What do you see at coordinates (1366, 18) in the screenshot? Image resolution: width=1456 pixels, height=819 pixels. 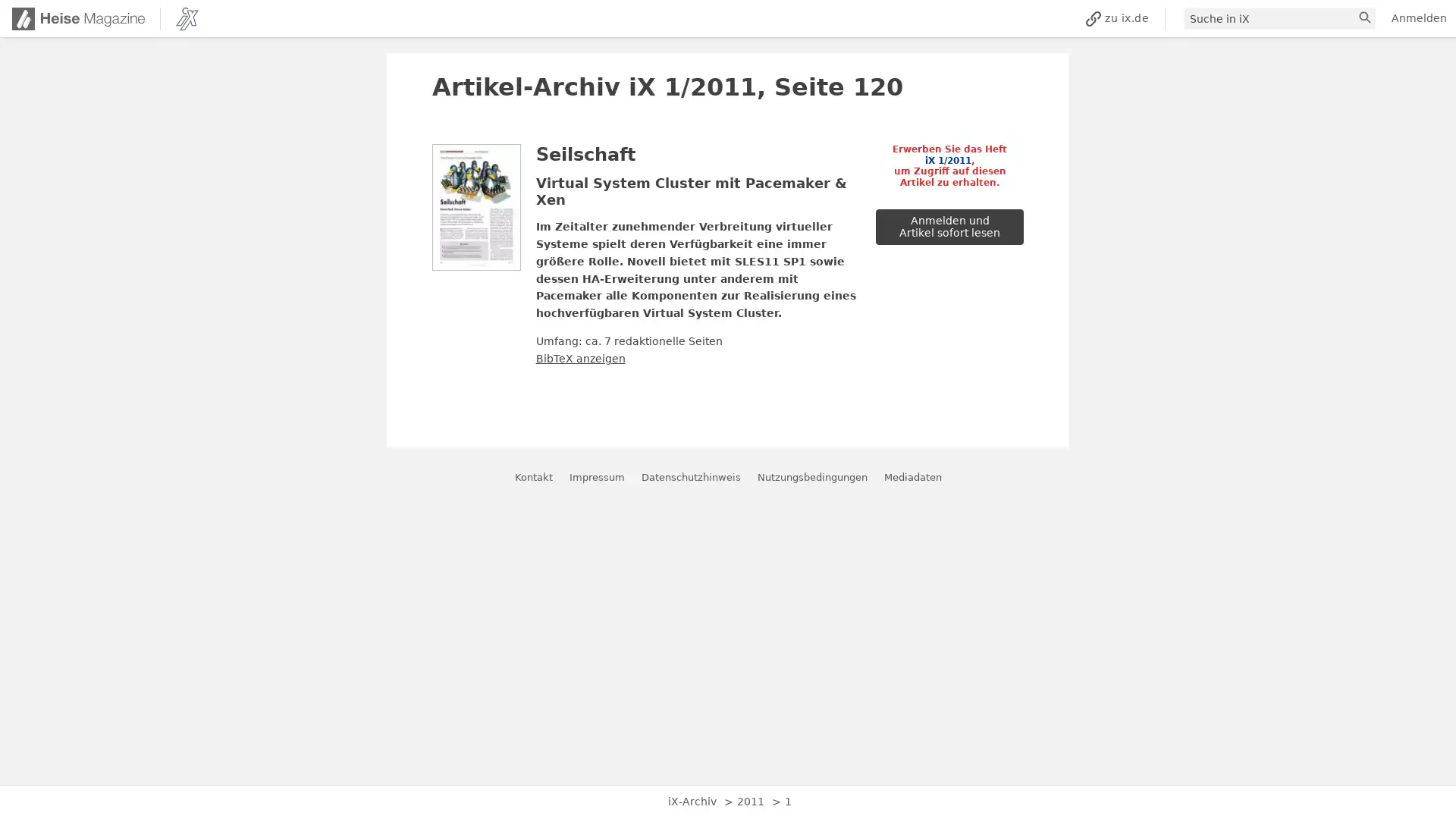 I see `suchen` at bounding box center [1366, 18].